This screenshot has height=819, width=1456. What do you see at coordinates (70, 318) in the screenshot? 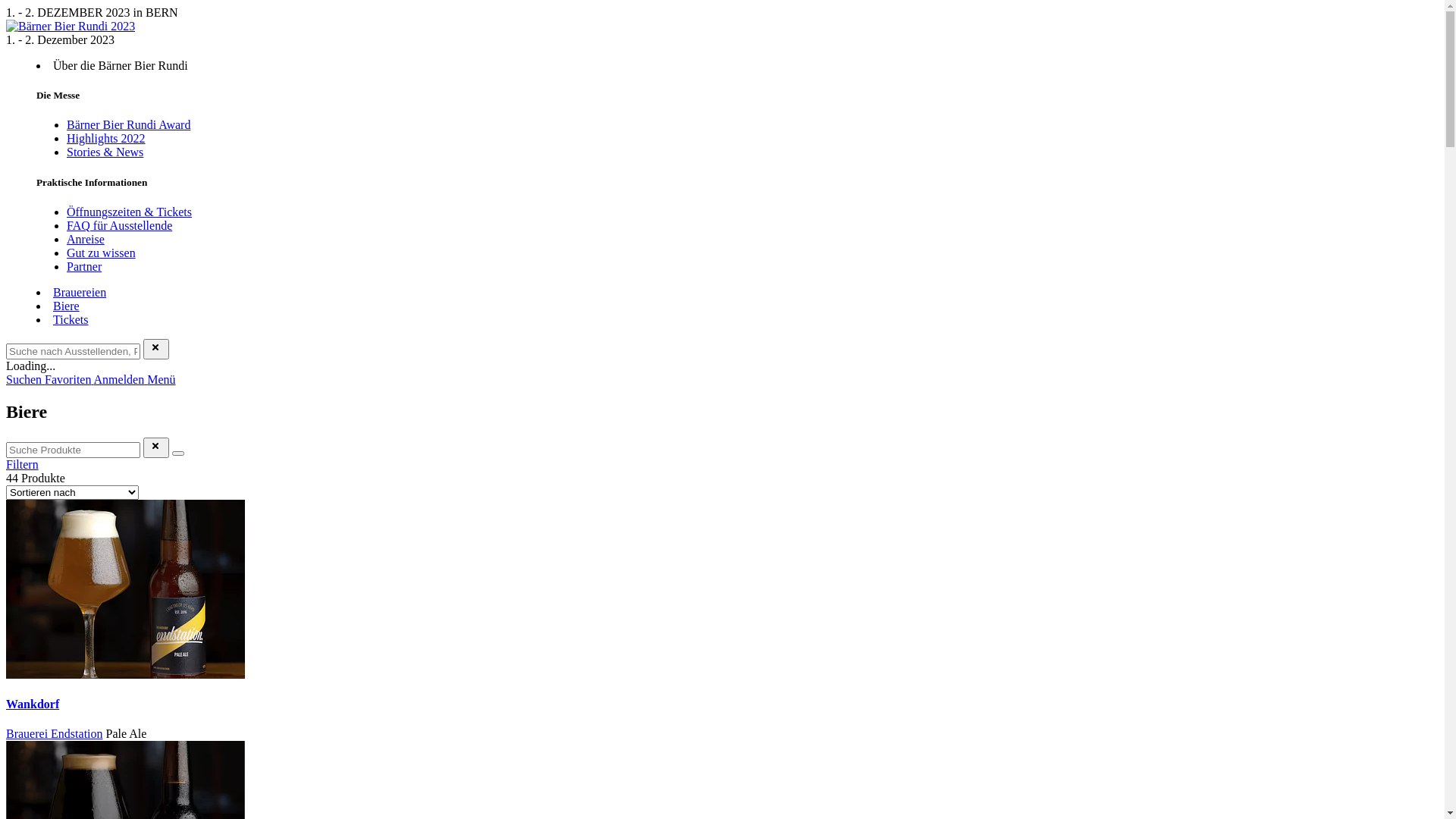
I see `'Tickets'` at bounding box center [70, 318].